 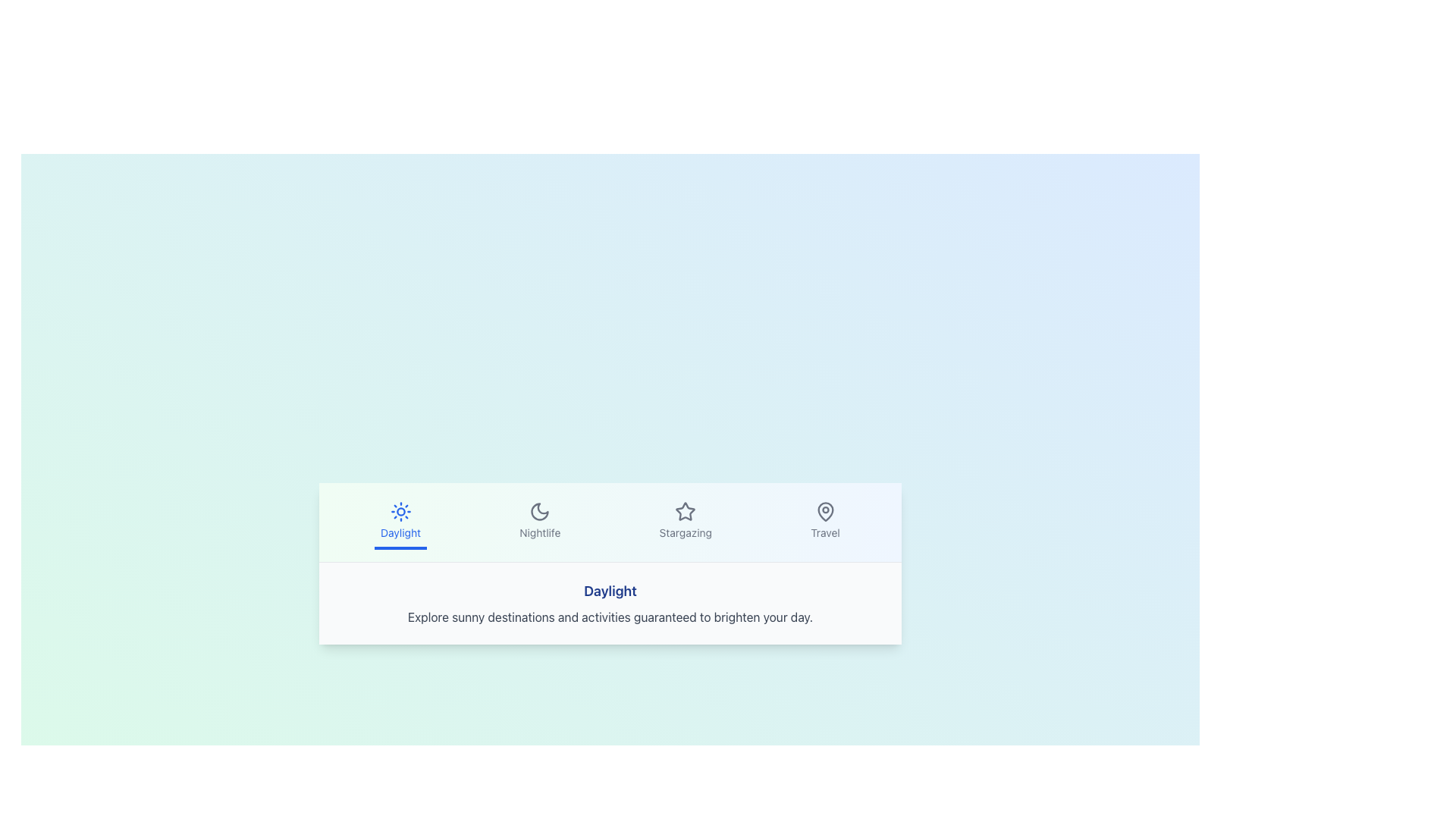 I want to click on the Panel with tabbed navigation and descriptive information area to read the description provided for the selected tab, so click(x=610, y=563).